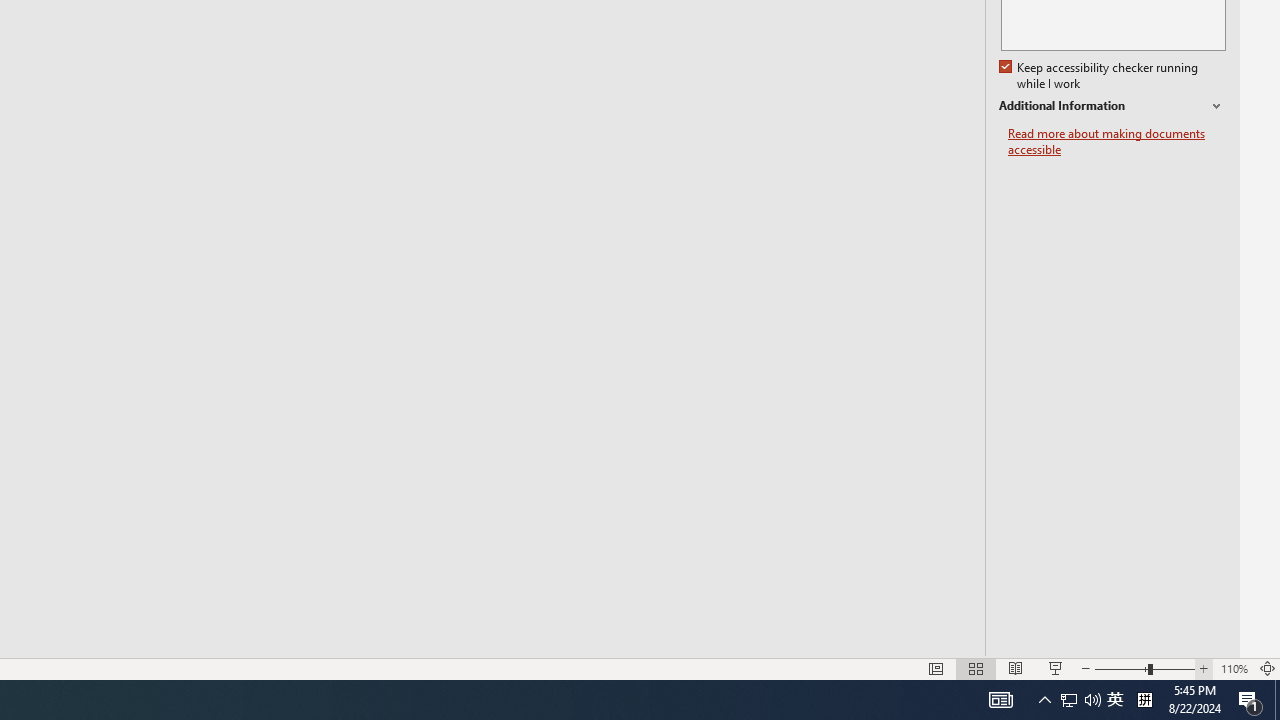 This screenshot has width=1280, height=720. I want to click on 'Zoom 110%', so click(1233, 669).